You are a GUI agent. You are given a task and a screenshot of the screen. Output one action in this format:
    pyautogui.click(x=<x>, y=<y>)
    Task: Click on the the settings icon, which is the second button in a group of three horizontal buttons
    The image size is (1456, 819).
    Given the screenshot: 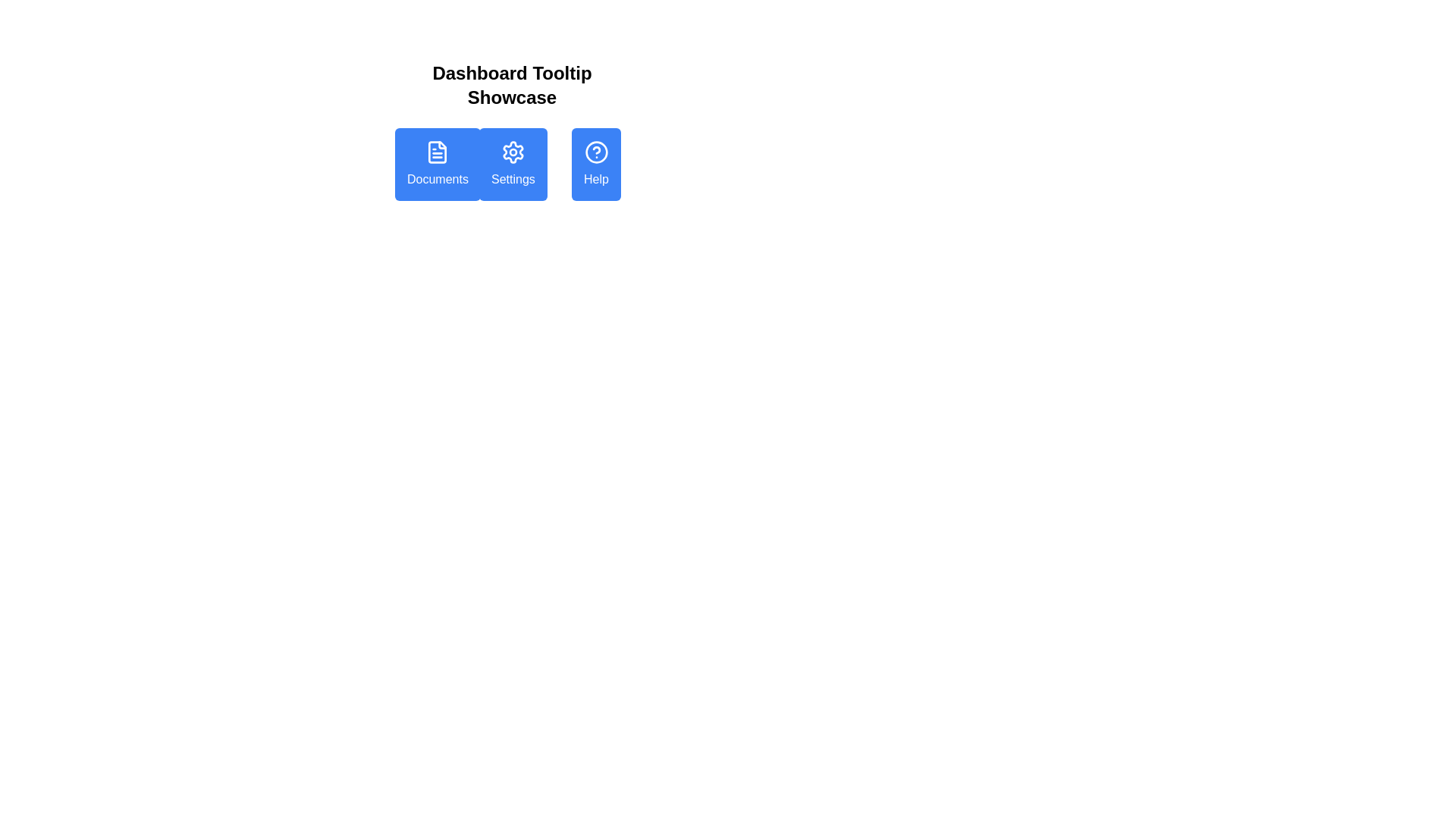 What is the action you would take?
    pyautogui.click(x=513, y=152)
    